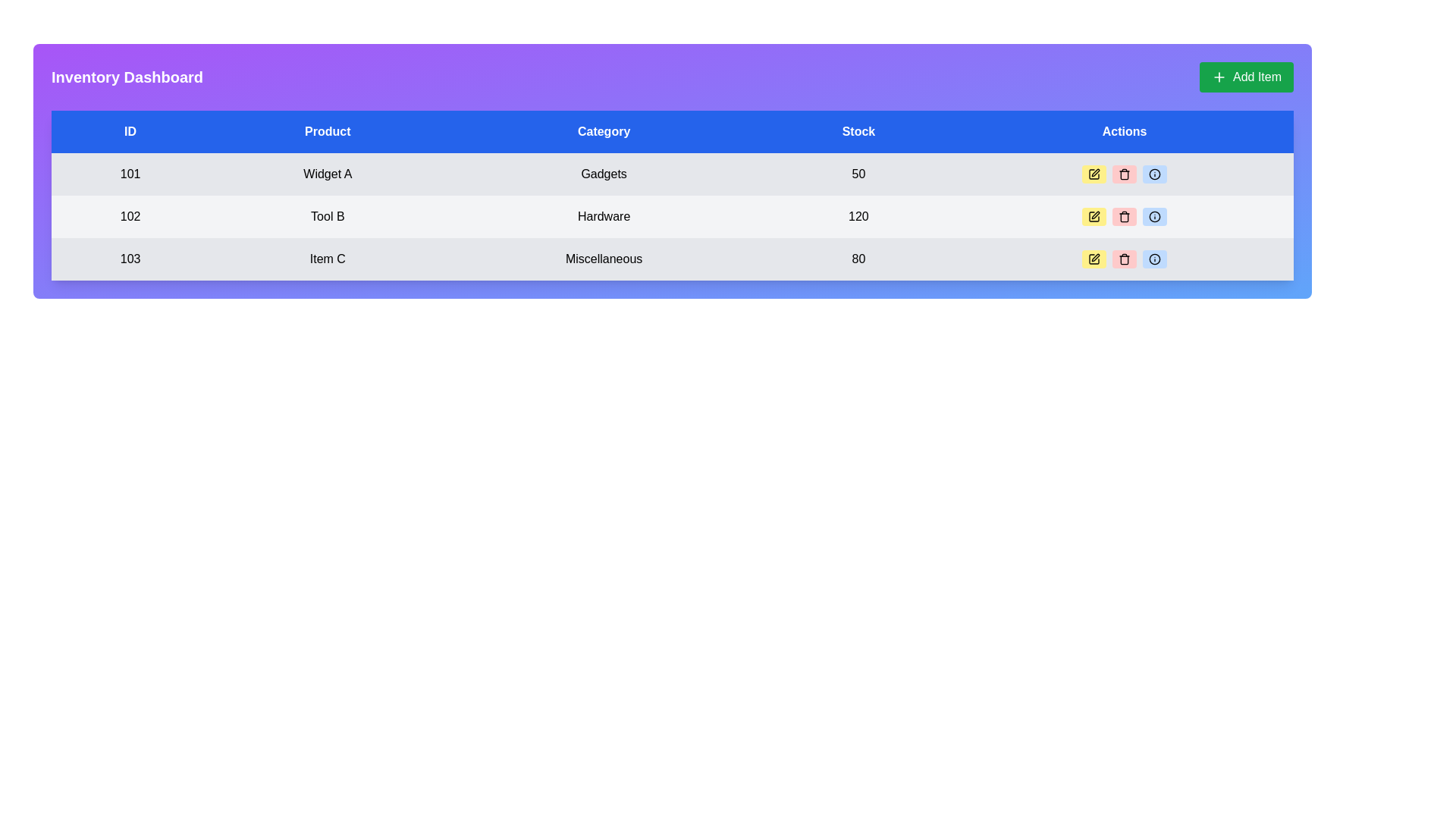 Image resolution: width=1456 pixels, height=819 pixels. What do you see at coordinates (1094, 174) in the screenshot?
I see `the edit action icon located in the 'Actions' column of the first row in the table, which is represented by a square outline and commonly associated with pen or edit actions` at bounding box center [1094, 174].